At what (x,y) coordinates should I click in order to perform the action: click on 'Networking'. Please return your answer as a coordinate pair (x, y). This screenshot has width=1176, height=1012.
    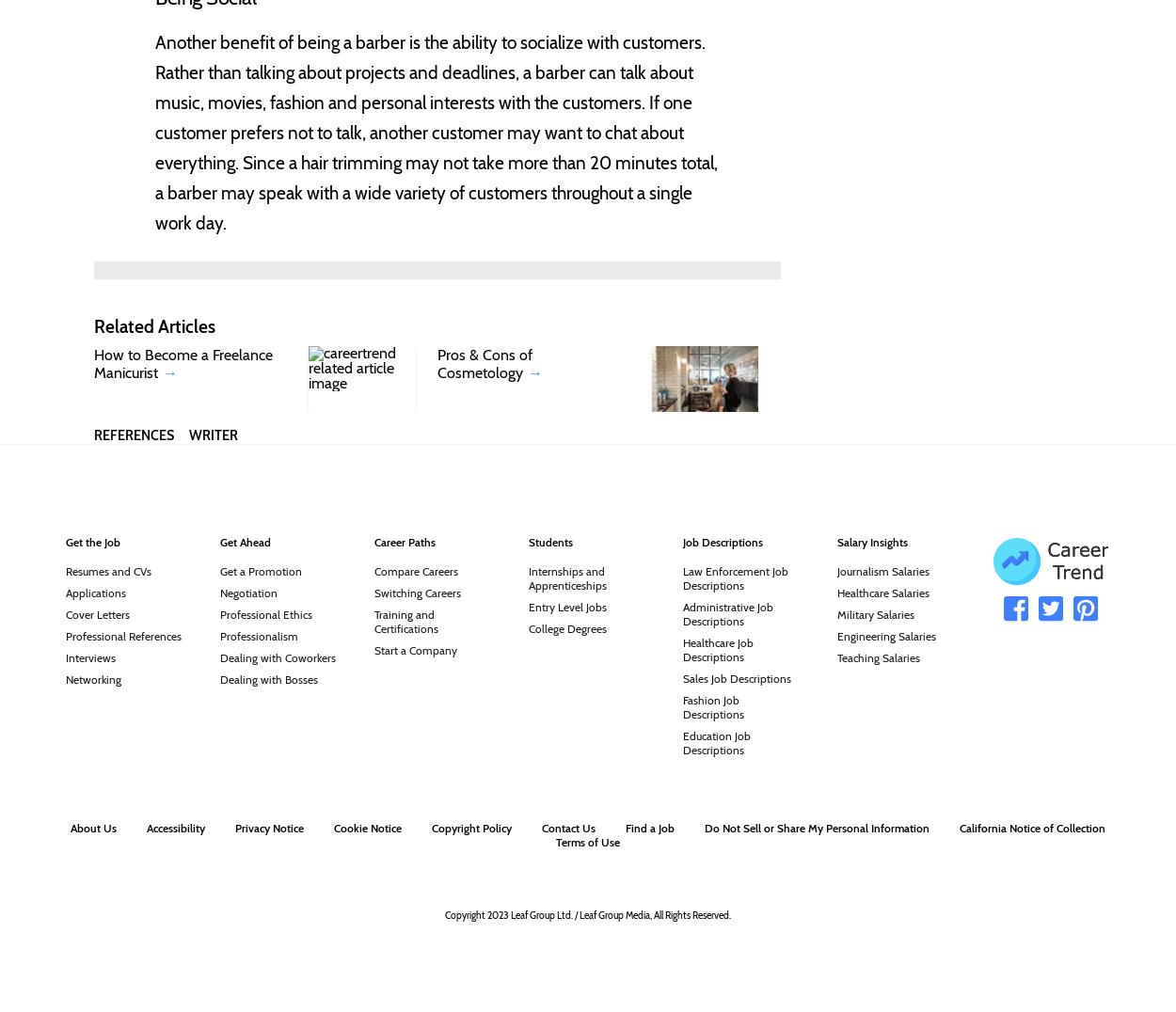
    Looking at the image, I should click on (91, 678).